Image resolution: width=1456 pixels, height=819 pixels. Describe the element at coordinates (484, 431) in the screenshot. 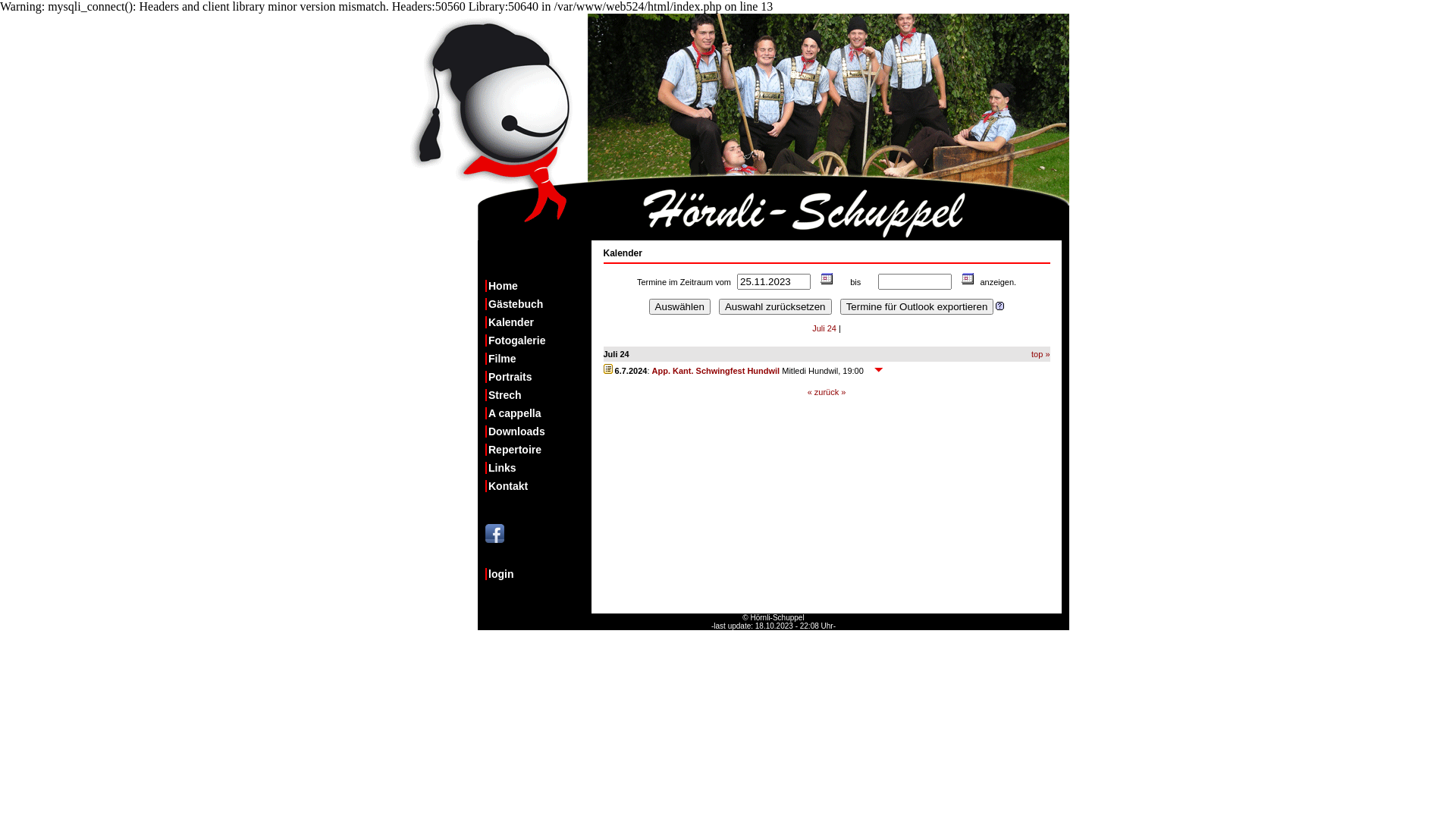

I see `'Downloads'` at that location.